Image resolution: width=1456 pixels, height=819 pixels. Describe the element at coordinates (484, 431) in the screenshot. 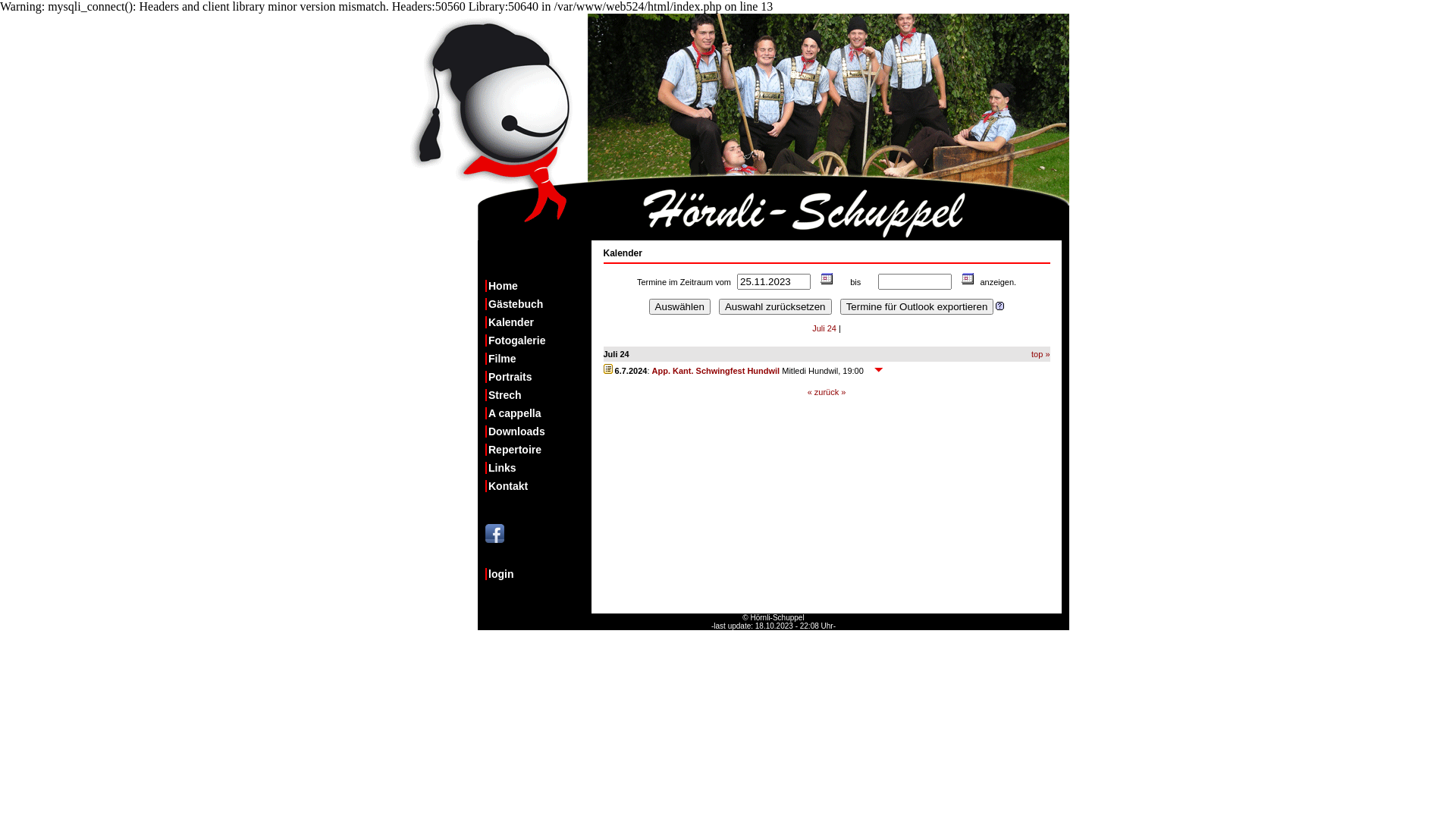

I see `'Downloads'` at that location.